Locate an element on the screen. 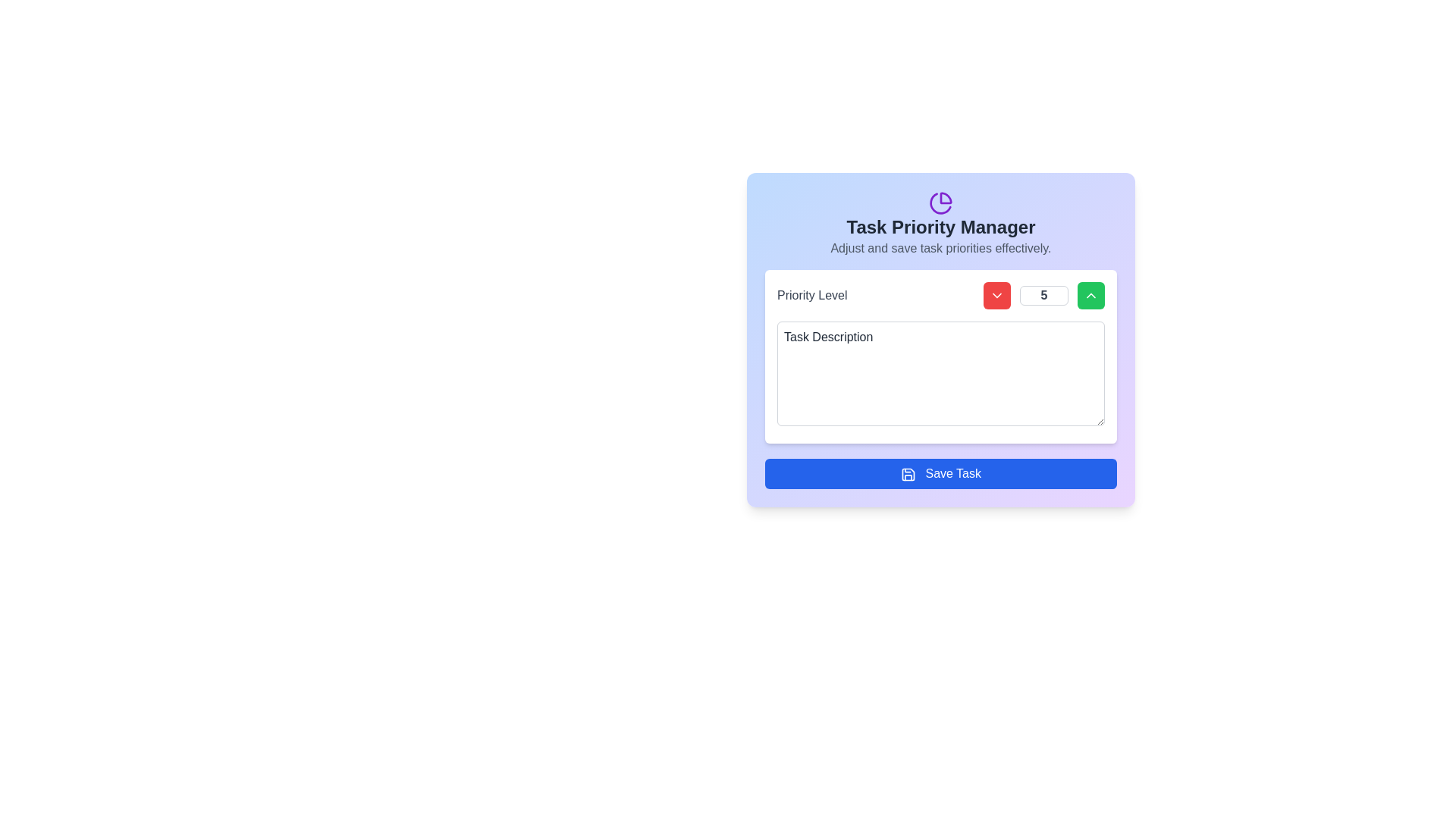  the downward-pointing chevron icon on the red background is located at coordinates (997, 295).